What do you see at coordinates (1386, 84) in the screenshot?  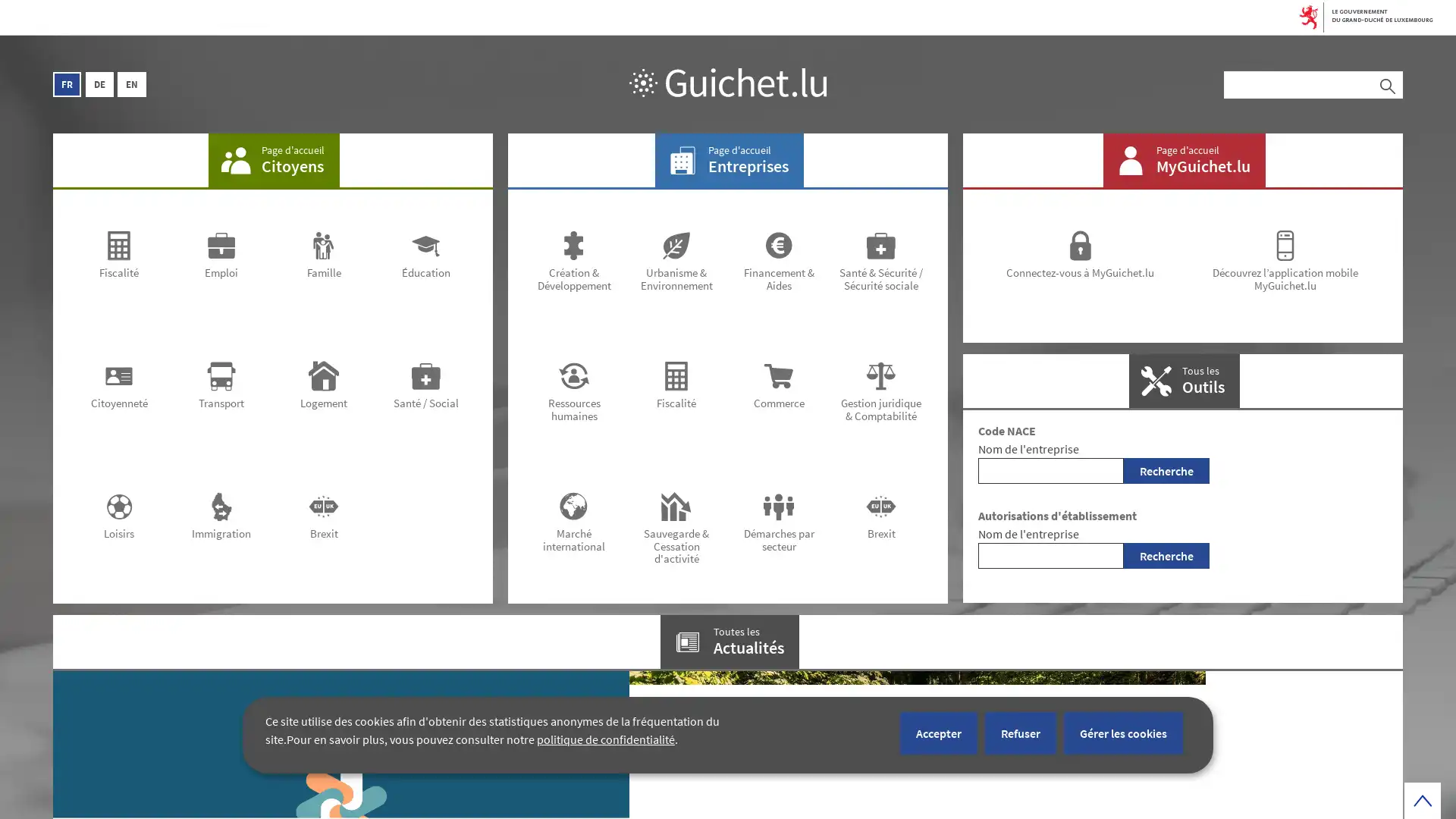 I see `Rechercher` at bounding box center [1386, 84].